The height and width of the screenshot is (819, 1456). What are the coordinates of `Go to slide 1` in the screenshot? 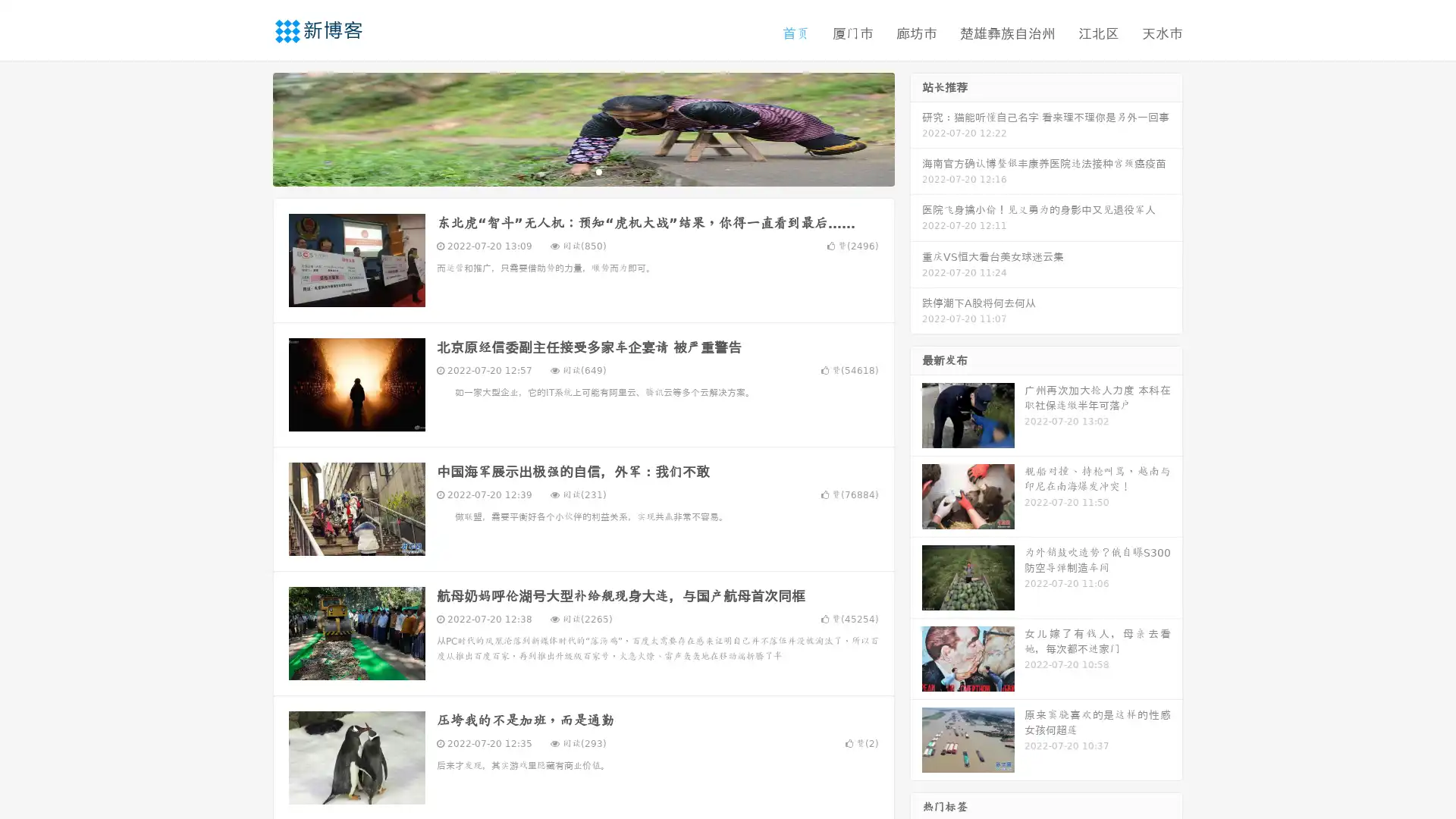 It's located at (567, 171).